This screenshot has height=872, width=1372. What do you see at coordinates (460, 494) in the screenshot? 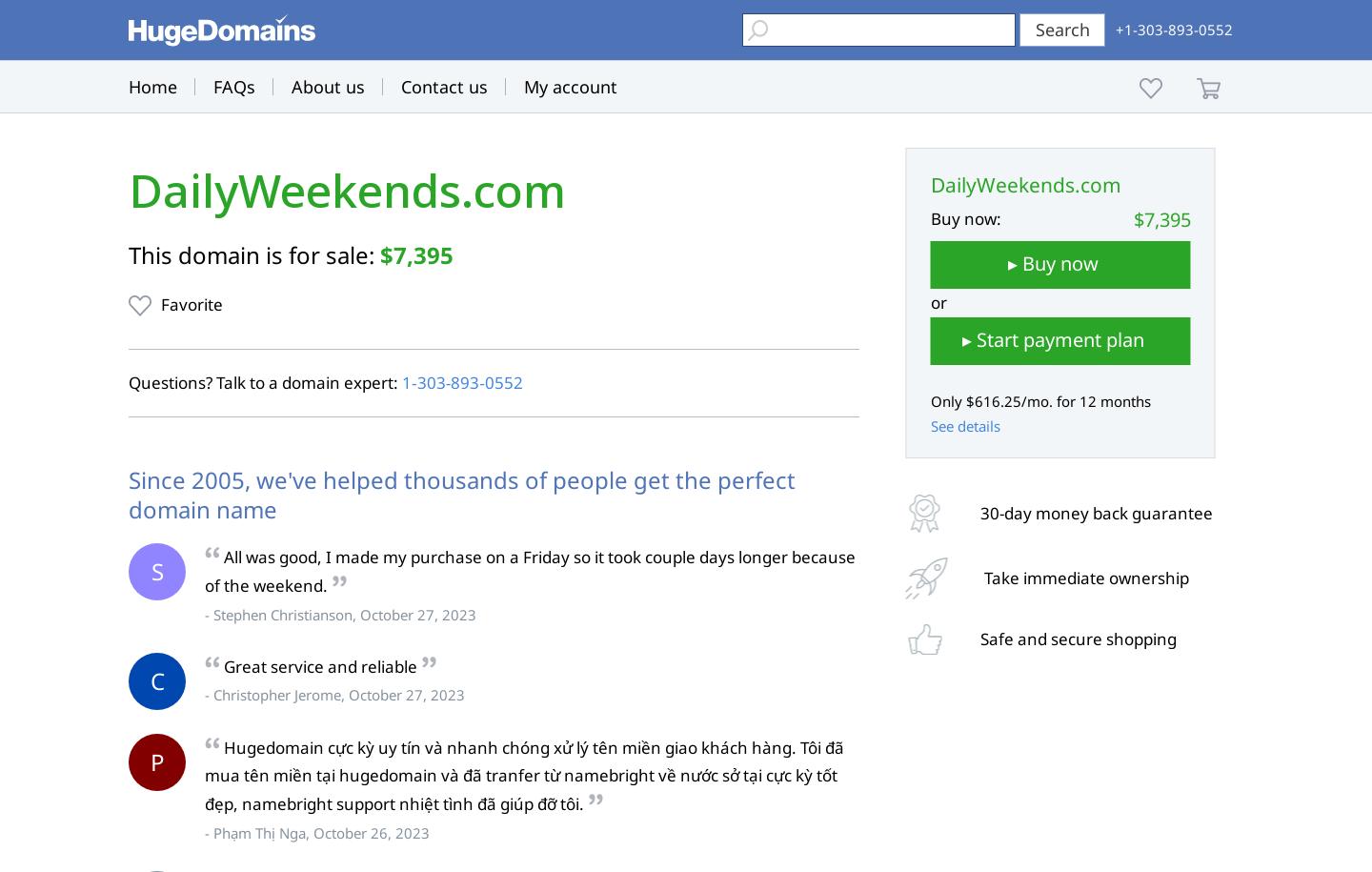
I see `'Since 2005, we've helped thousands of people get the perfect domain name'` at bounding box center [460, 494].